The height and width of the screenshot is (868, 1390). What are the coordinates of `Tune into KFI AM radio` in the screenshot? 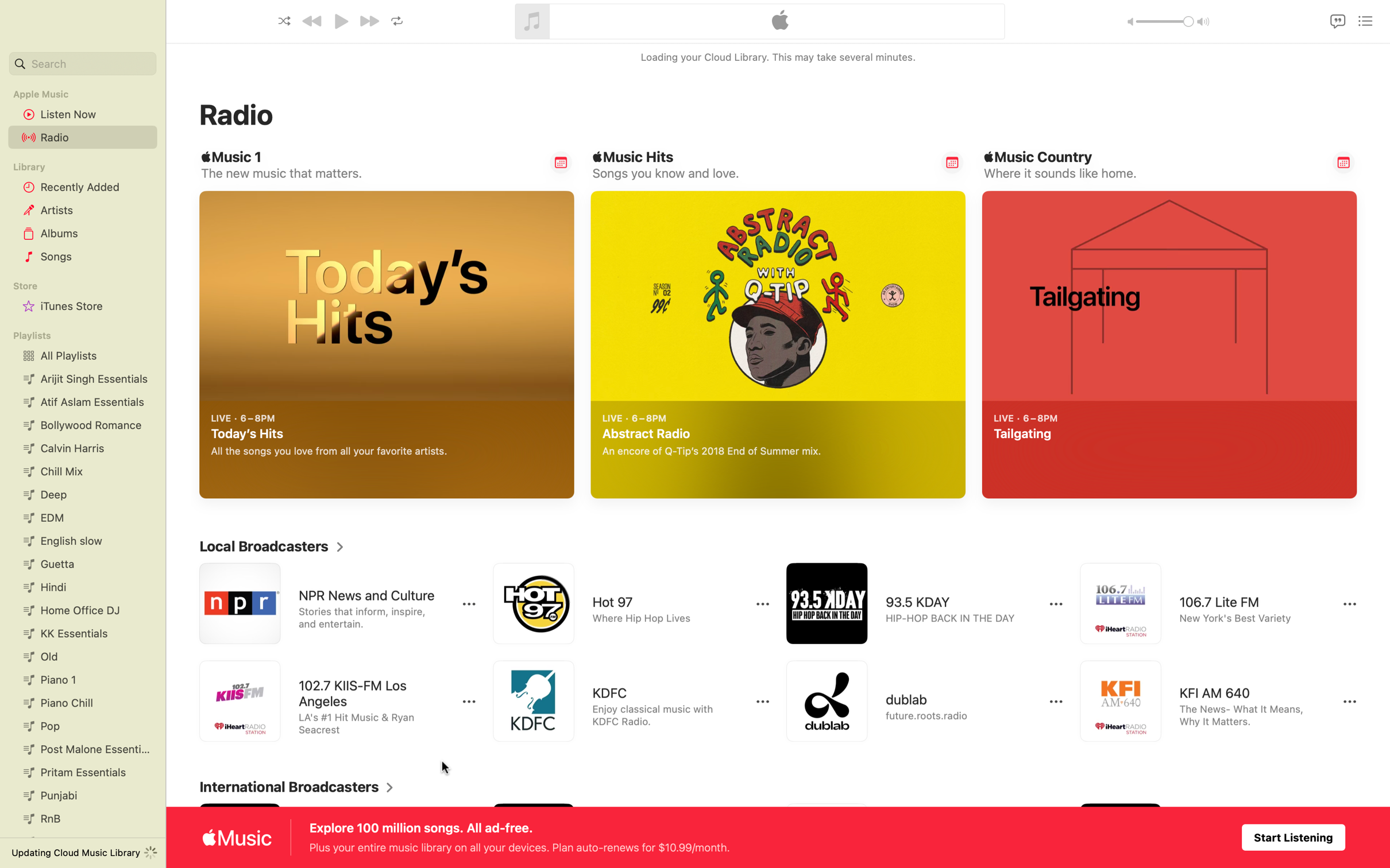 It's located at (1207, 702).